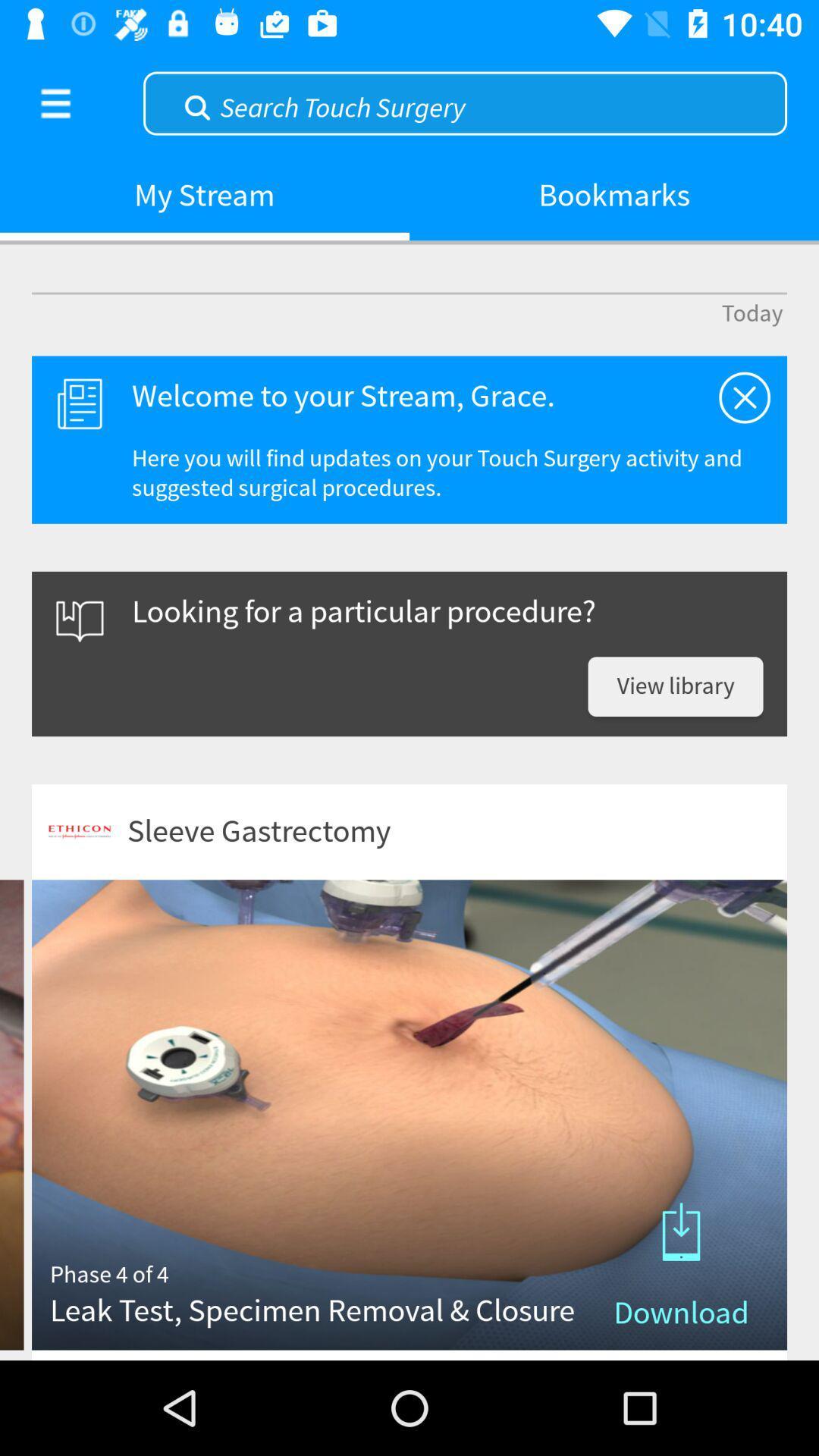 The height and width of the screenshot is (1456, 819). Describe the element at coordinates (464, 101) in the screenshot. I see `perform a search` at that location.